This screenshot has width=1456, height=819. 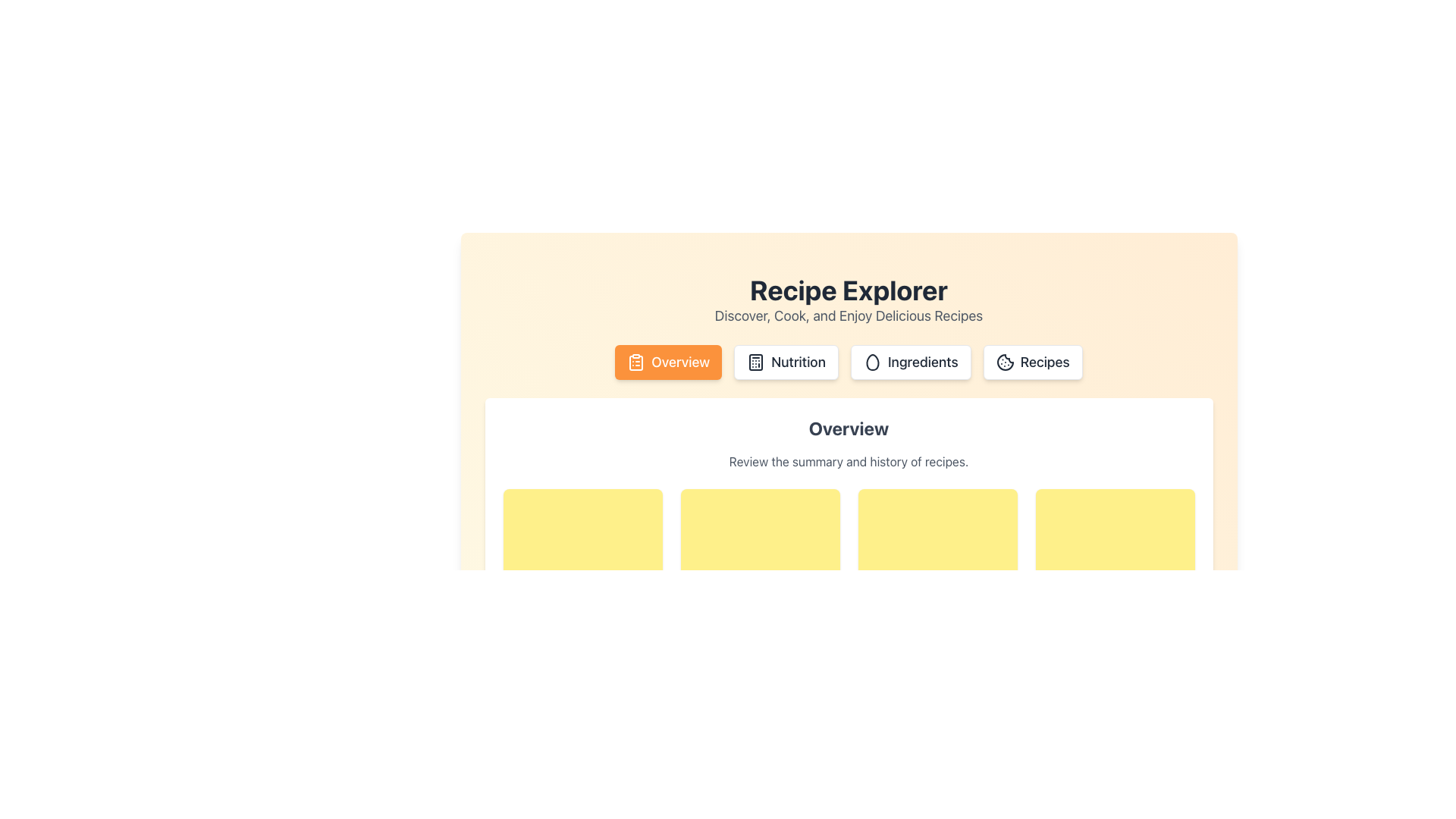 I want to click on the square-shaped ornamental component with a yellow background and rounded corners, located in the first row, second column of a 4-column grid layout, so click(x=760, y=568).